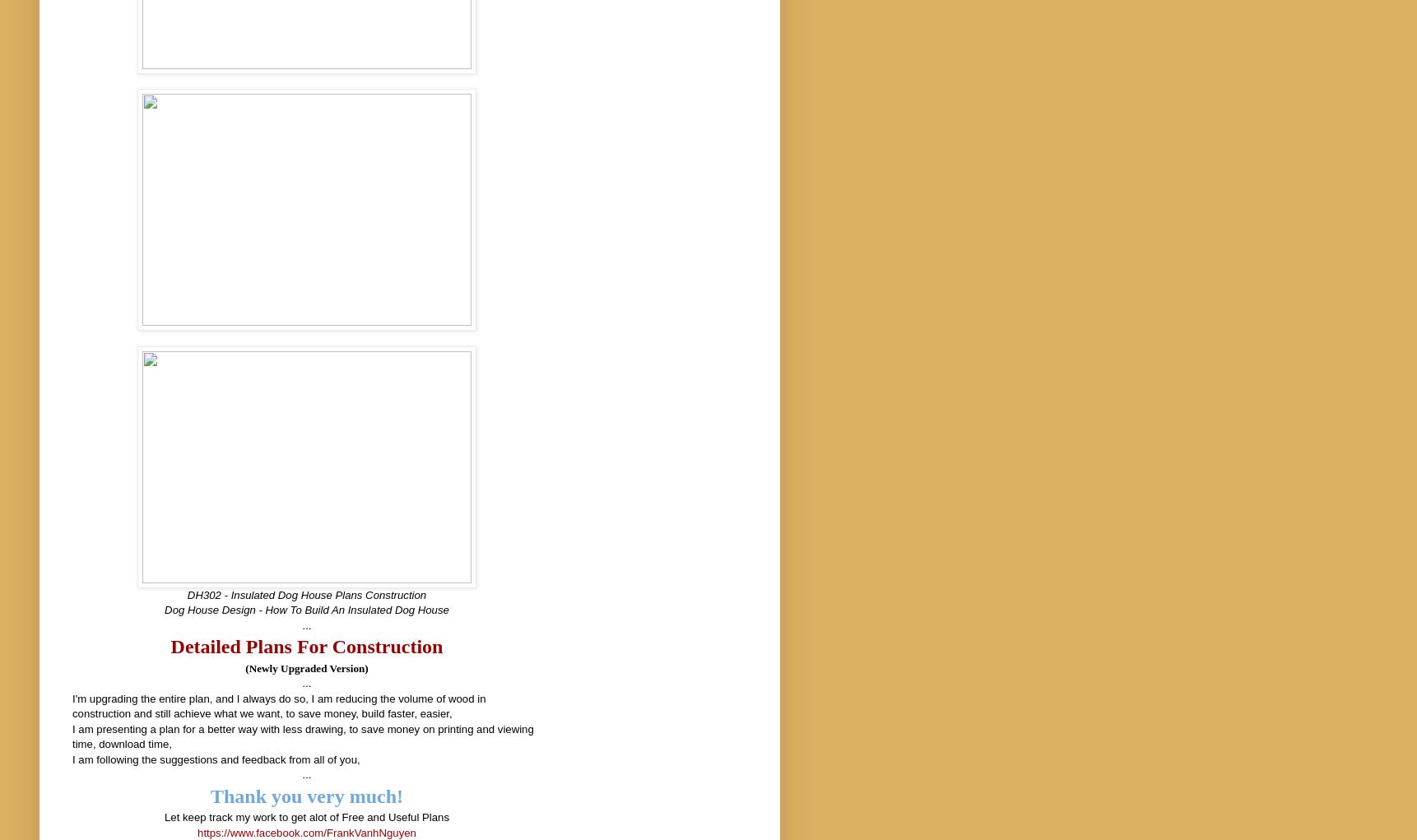 This screenshot has height=840, width=1417. What do you see at coordinates (278, 706) in the screenshot?
I see `'I'm upgrading the entire plan, and I always do so, I am reducing the volume of wood in construction and still achieve what we want, to save money, build faster, easier,'` at bounding box center [278, 706].